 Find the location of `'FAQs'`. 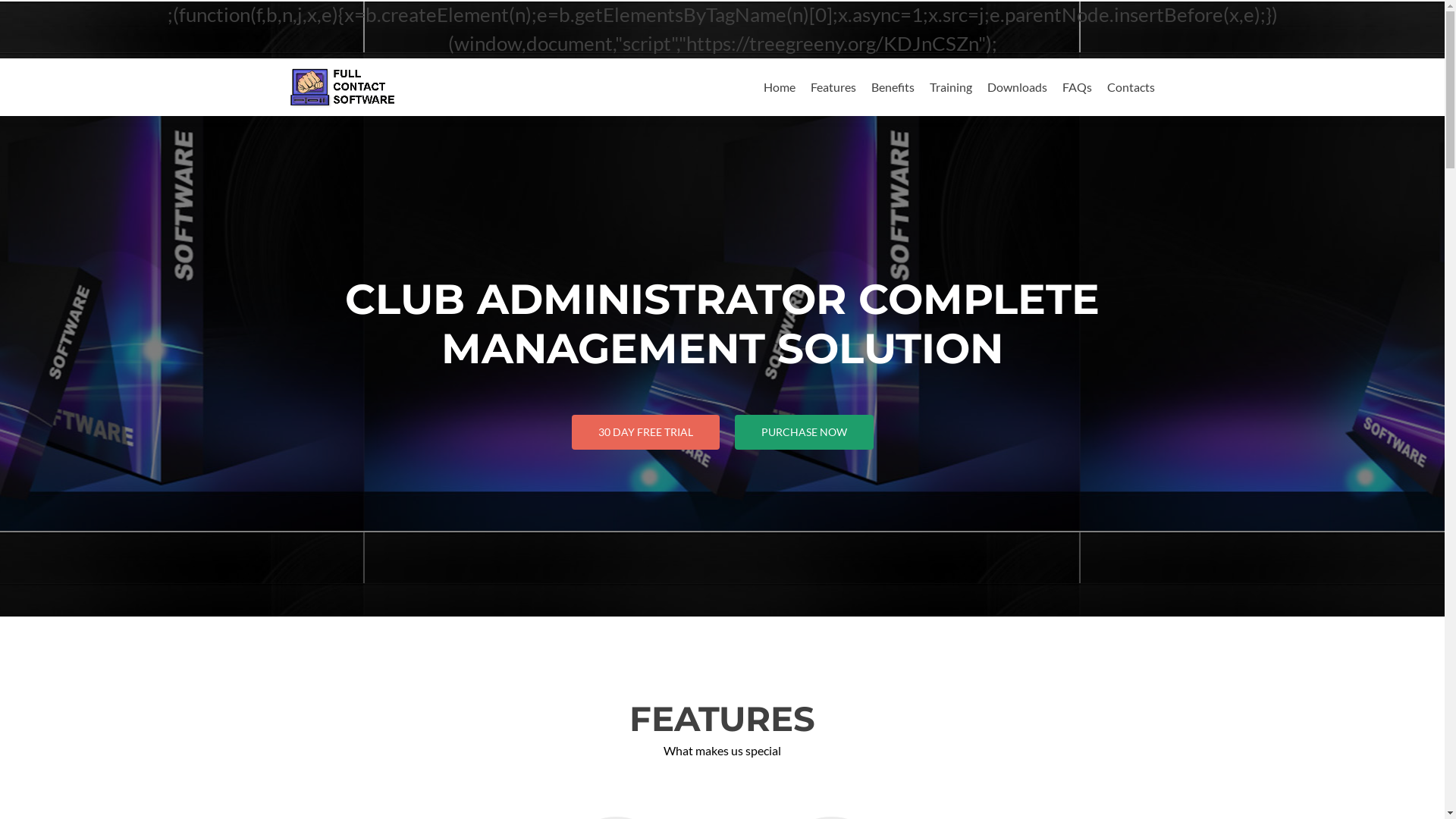

'FAQs' is located at coordinates (1075, 86).